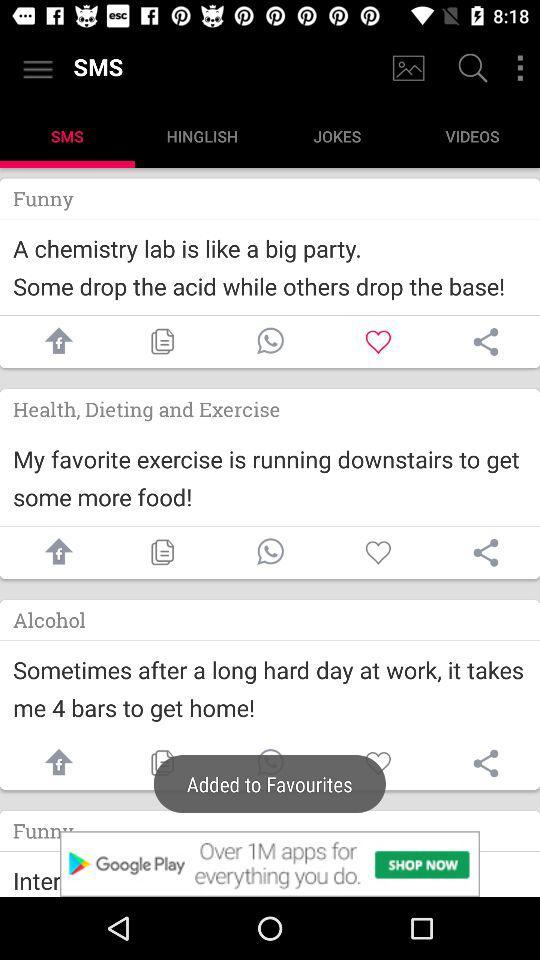 This screenshot has width=540, height=960. What do you see at coordinates (161, 762) in the screenshot?
I see `copy` at bounding box center [161, 762].